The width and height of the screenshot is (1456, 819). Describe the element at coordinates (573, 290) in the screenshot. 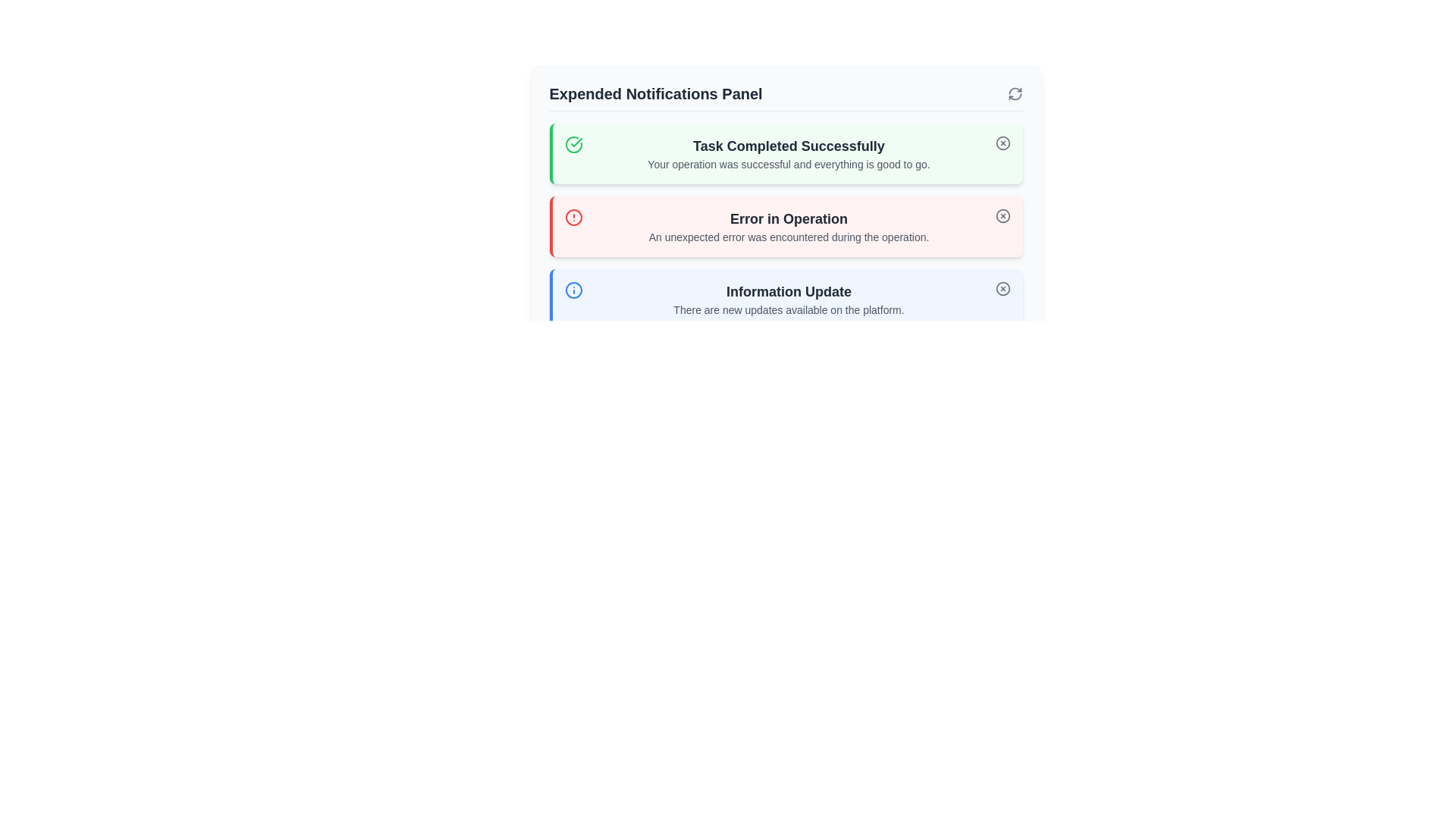

I see `the SVG Circle located centrally within the blue-highlighted information icon in the 'Information Update' notification at the bottom of the notifications panel` at that location.